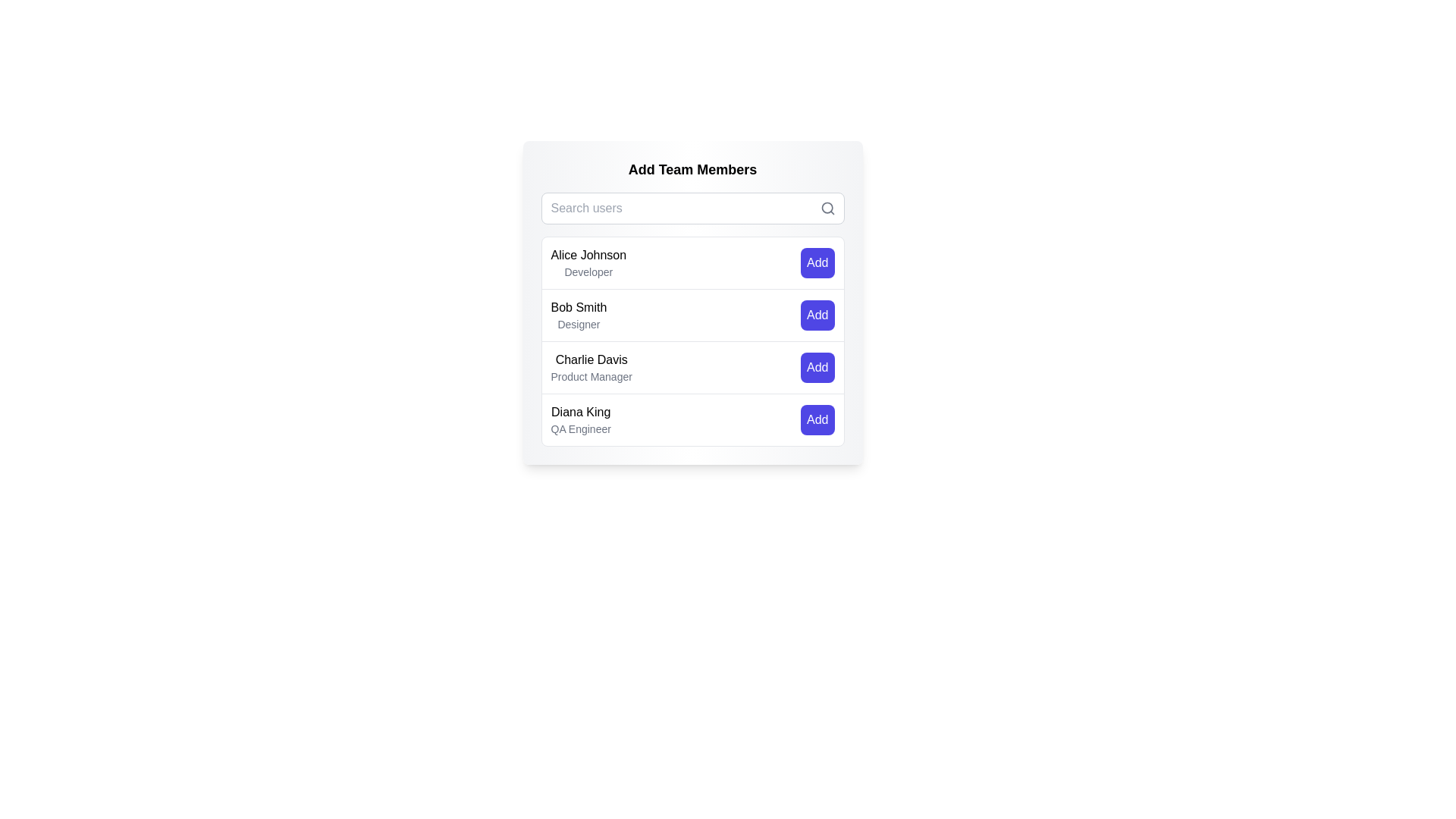  I want to click on the 'Add Team Members' heading text, which is styled in bold, black font and is prominently placed at the top of its card-like component, so click(692, 169).